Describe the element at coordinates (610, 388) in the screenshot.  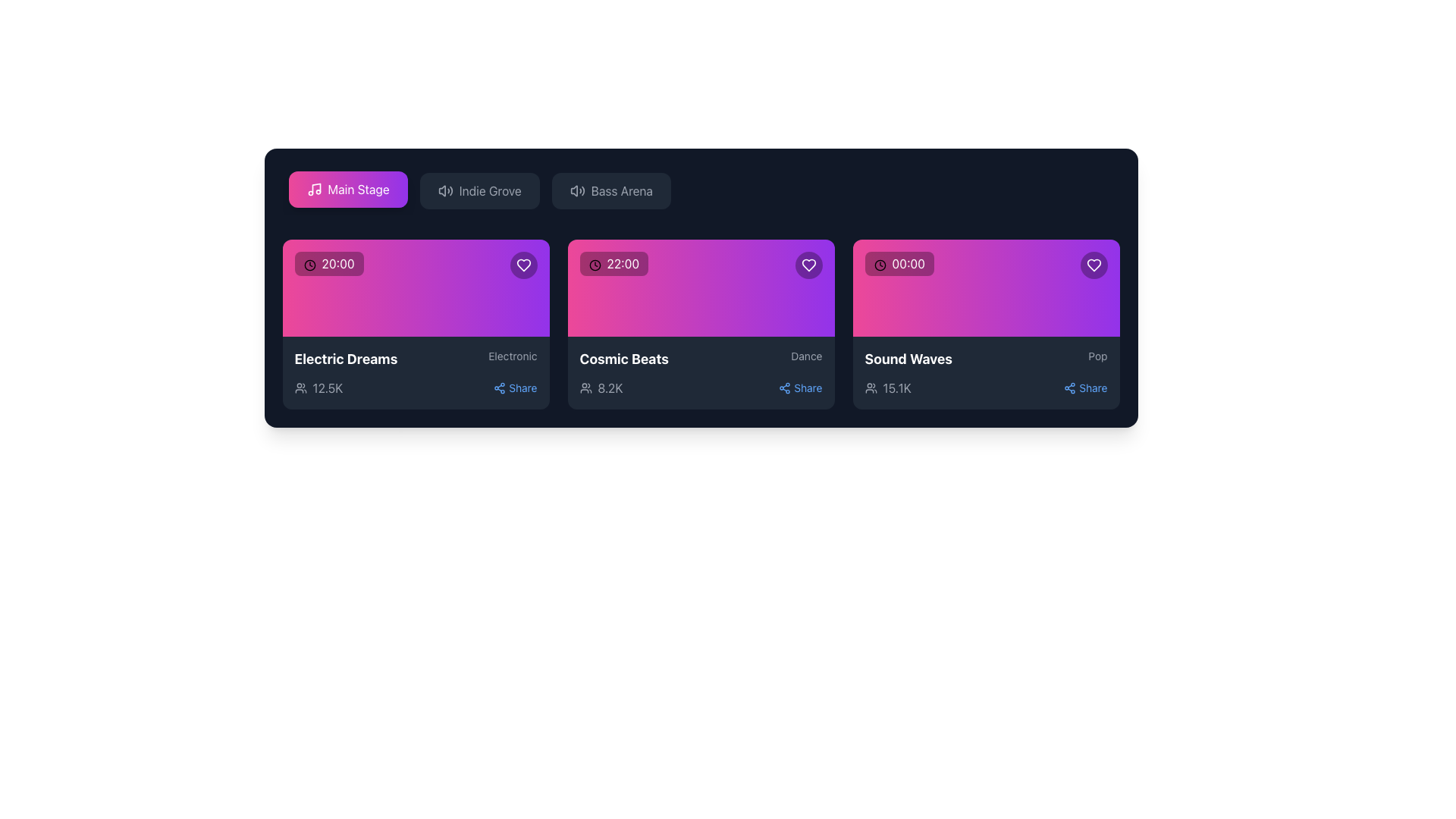
I see `number displayed on the text label indicating the count of attendees for the 'Cosmic Beats' event, located at the bottom of the second card in the grid layout` at that location.